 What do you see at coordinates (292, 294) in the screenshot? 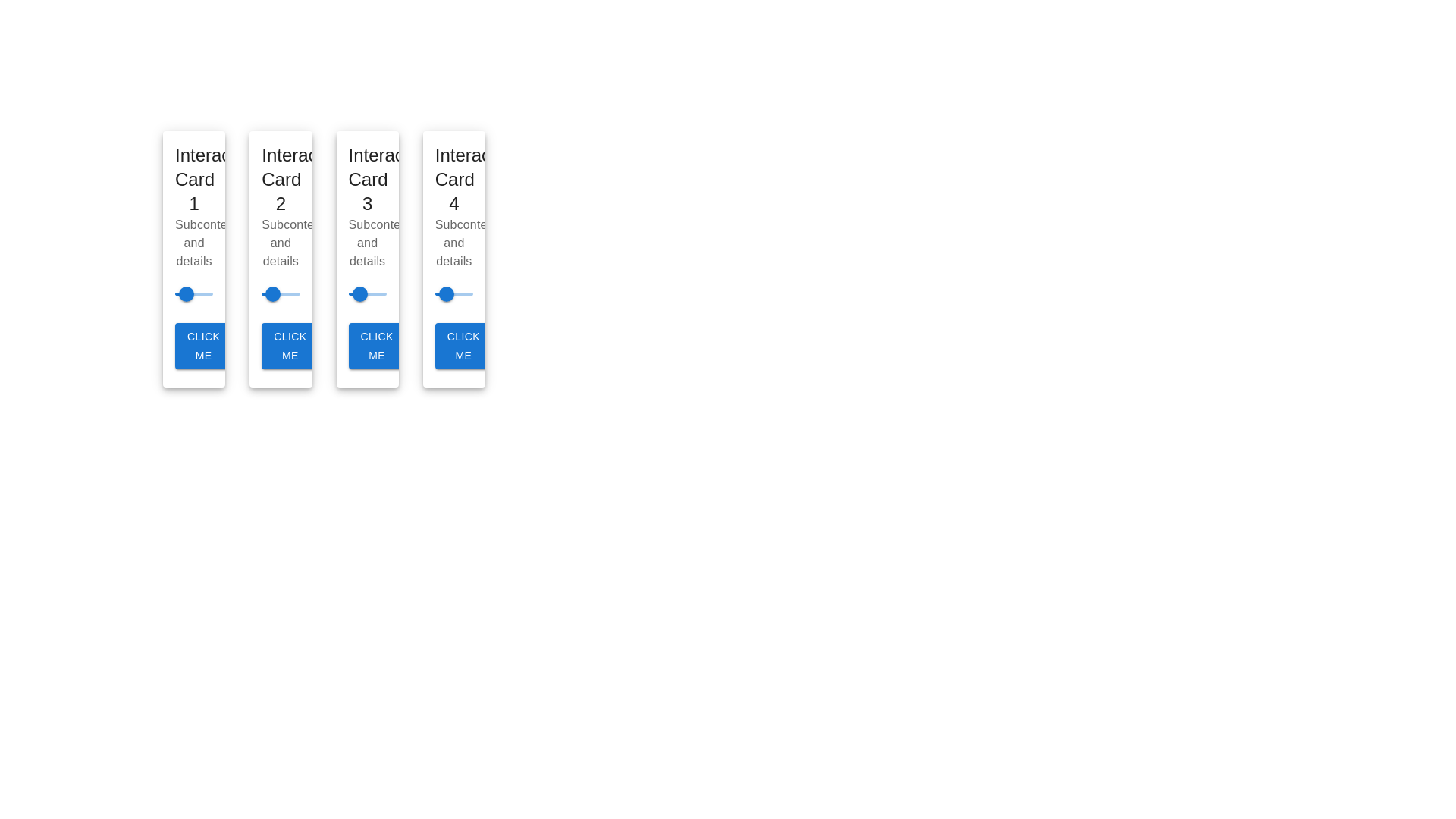
I see `the slider` at bounding box center [292, 294].